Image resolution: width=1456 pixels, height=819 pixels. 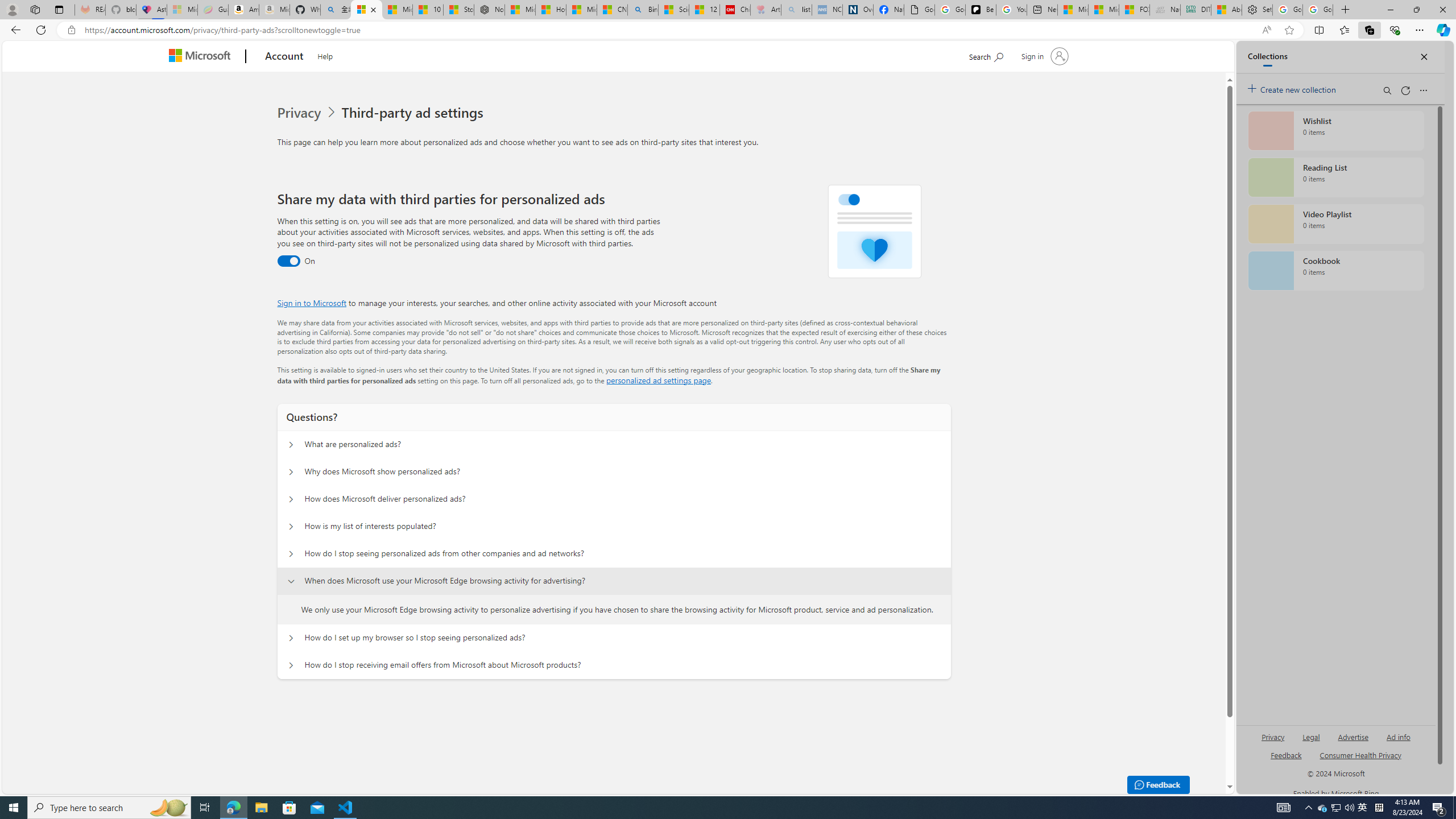 I want to click on 'Search Microsoft.com', so click(x=986, y=55).